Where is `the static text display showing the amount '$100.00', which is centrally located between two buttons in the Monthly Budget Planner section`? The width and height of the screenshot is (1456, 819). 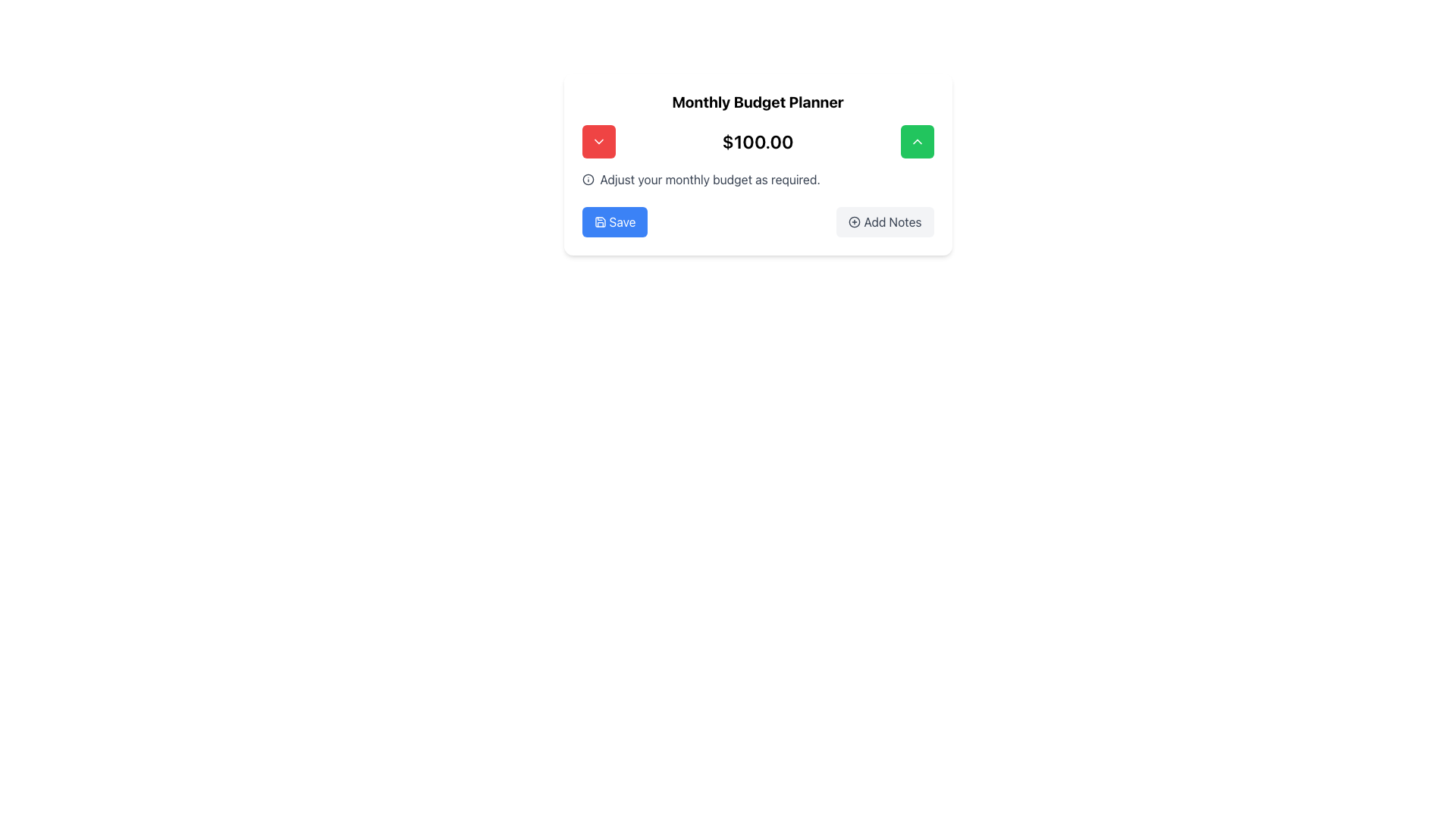 the static text display showing the amount '$100.00', which is centrally located between two buttons in the Monthly Budget Planner section is located at coordinates (758, 141).